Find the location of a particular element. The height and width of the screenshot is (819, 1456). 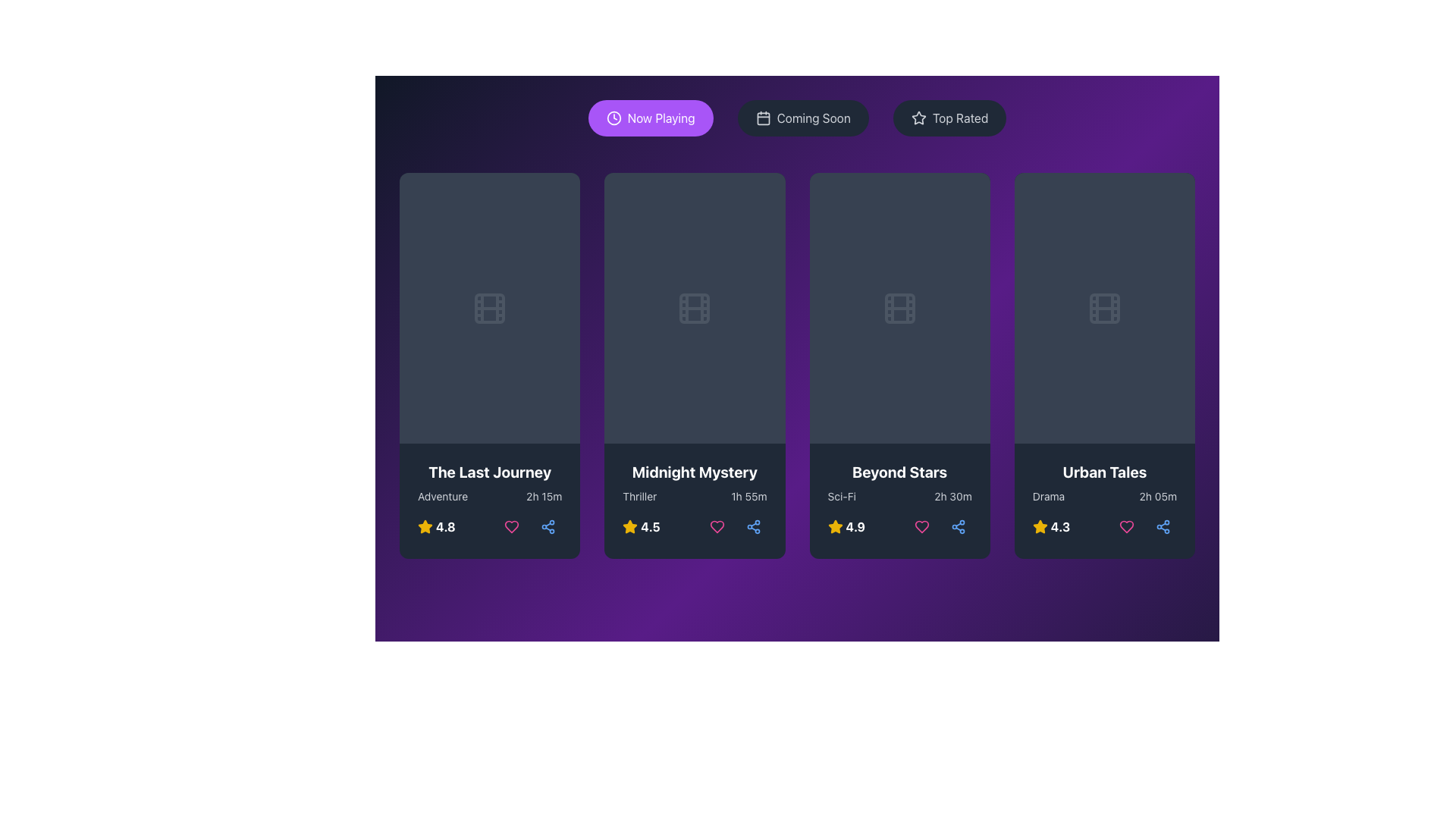

rating value displayed as '4.9' in bold white font at the bottom of the card for the movie 'Beyond Stars' is located at coordinates (855, 526).